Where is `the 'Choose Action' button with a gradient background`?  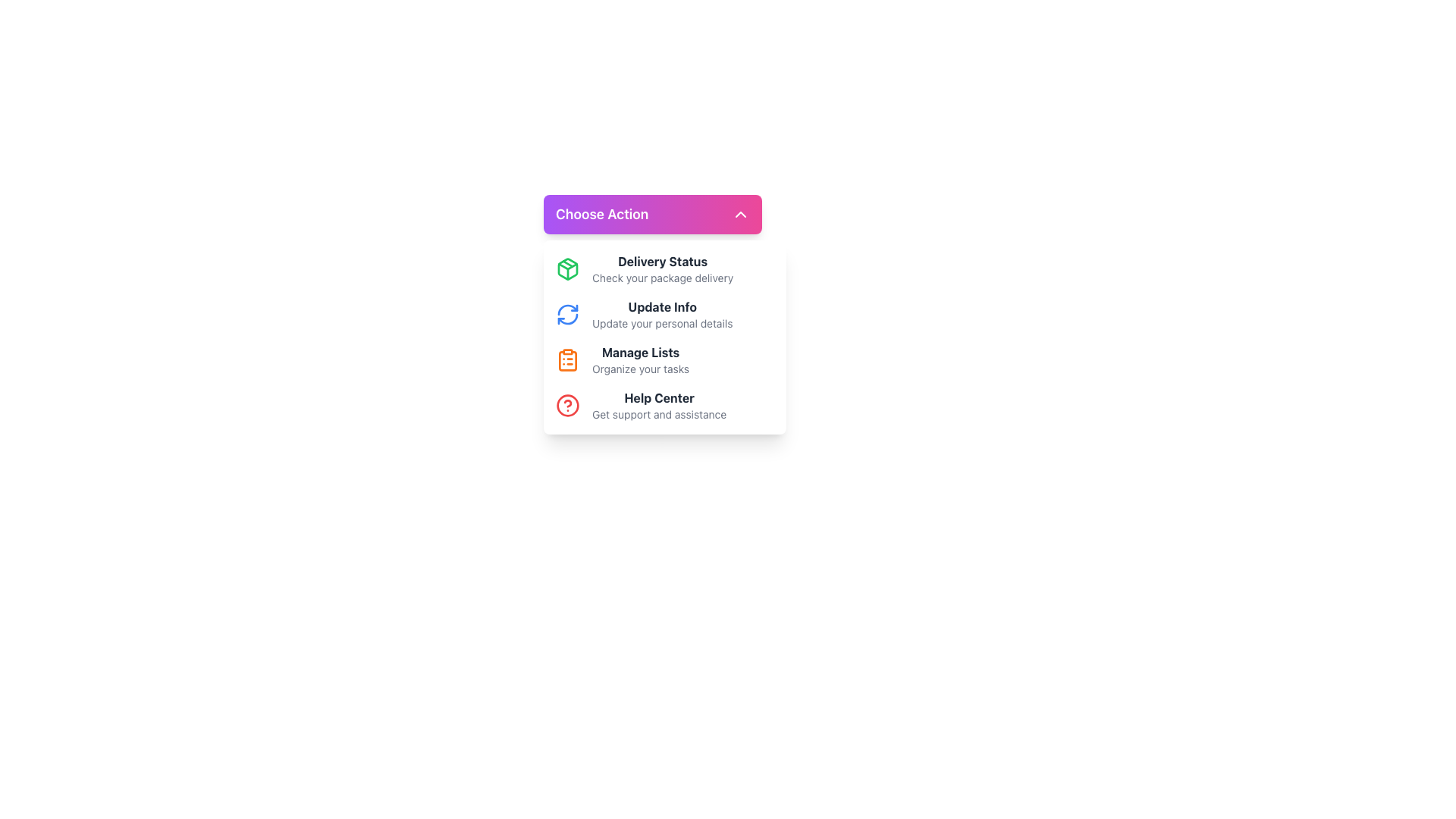
the 'Choose Action' button with a gradient background is located at coordinates (652, 214).